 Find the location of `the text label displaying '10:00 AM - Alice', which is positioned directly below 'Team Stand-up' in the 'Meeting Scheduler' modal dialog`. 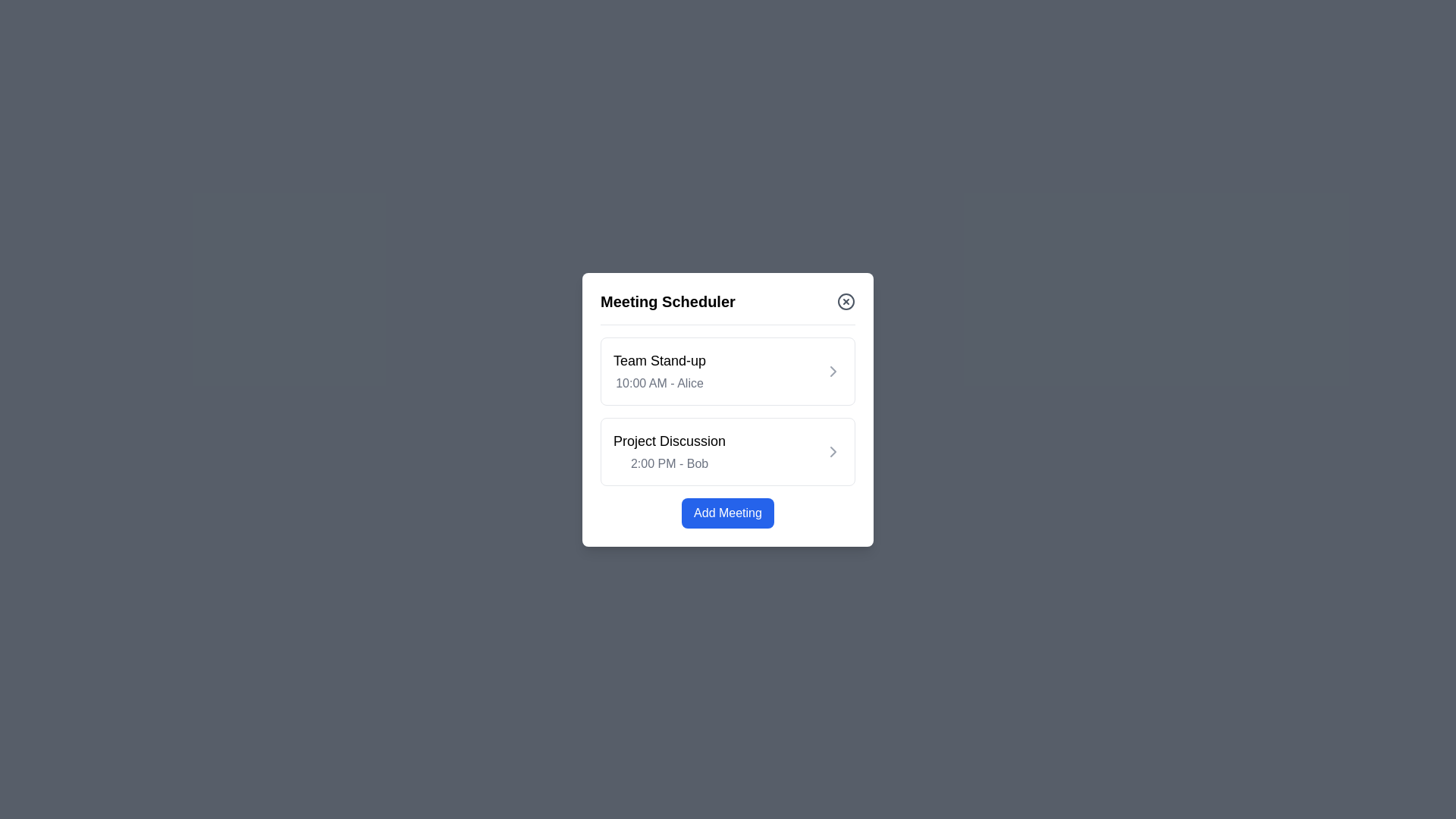

the text label displaying '10:00 AM - Alice', which is positioned directly below 'Team Stand-up' in the 'Meeting Scheduler' modal dialog is located at coordinates (659, 382).